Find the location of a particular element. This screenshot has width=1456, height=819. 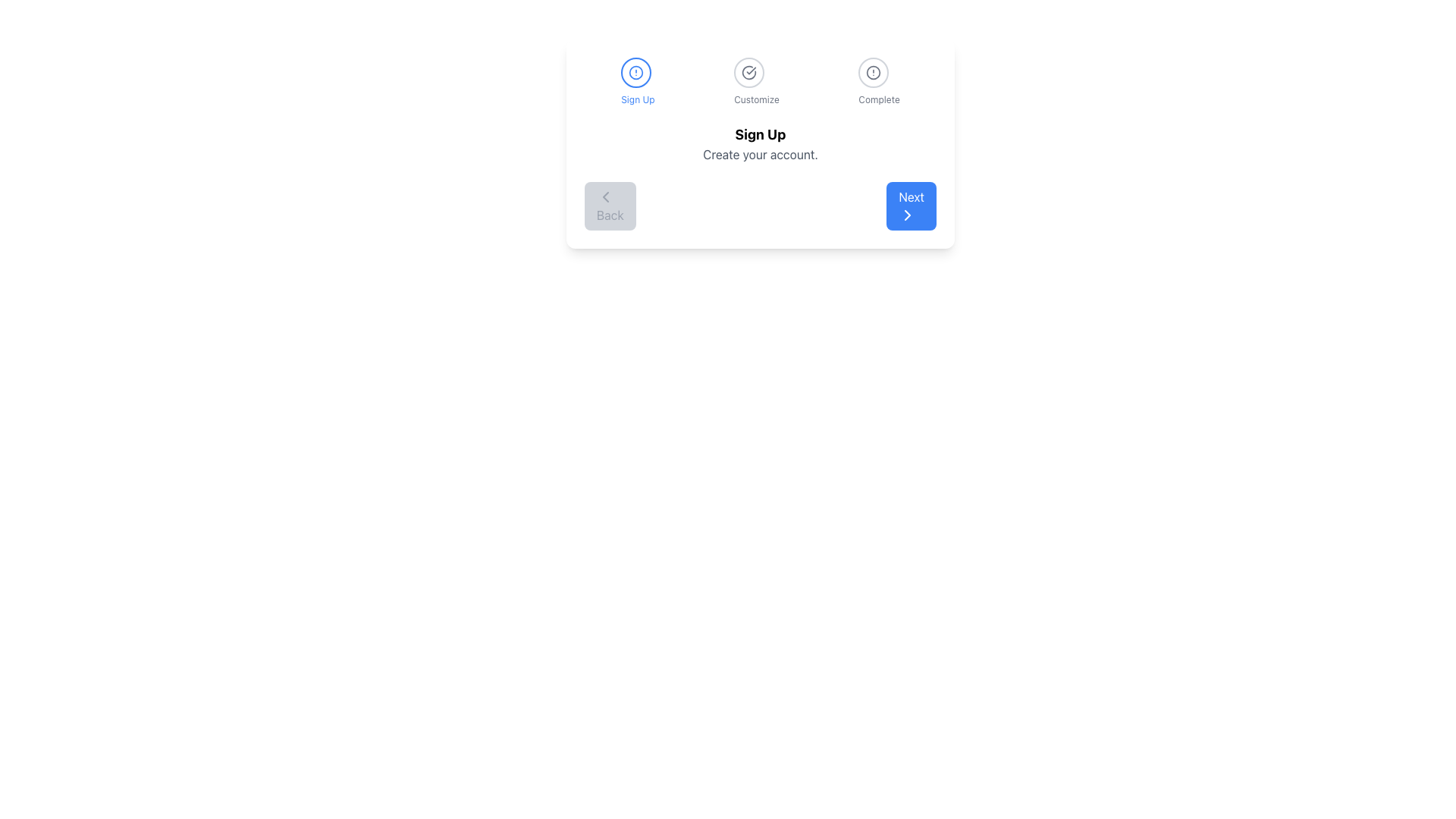

the highlighted step indicator for the 'Customize' step in the multi-step process, which is centrally aligned above the 'Sign Up' title is located at coordinates (761, 82).